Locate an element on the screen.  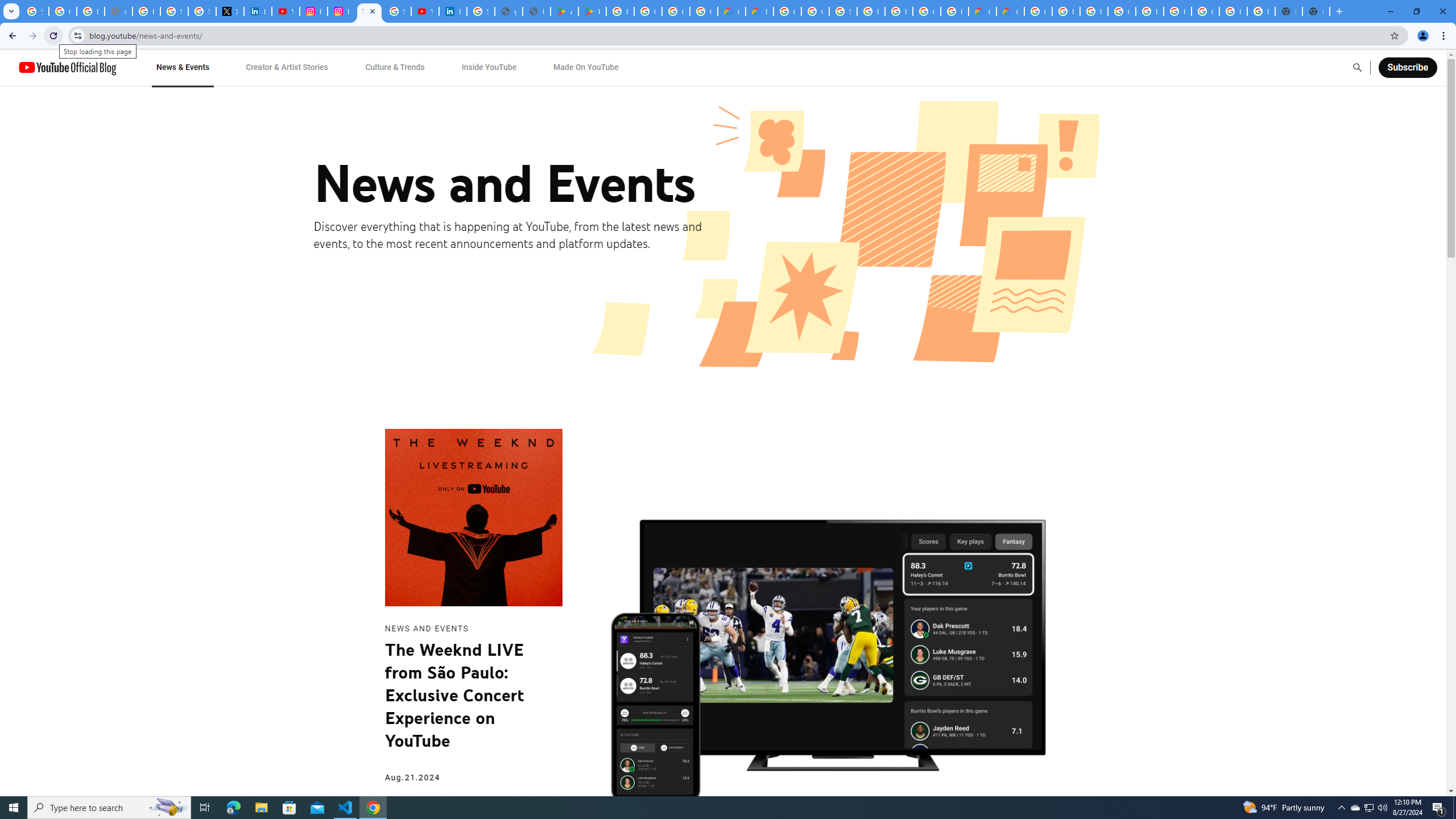
'Made On YouTube' is located at coordinates (586, 67).